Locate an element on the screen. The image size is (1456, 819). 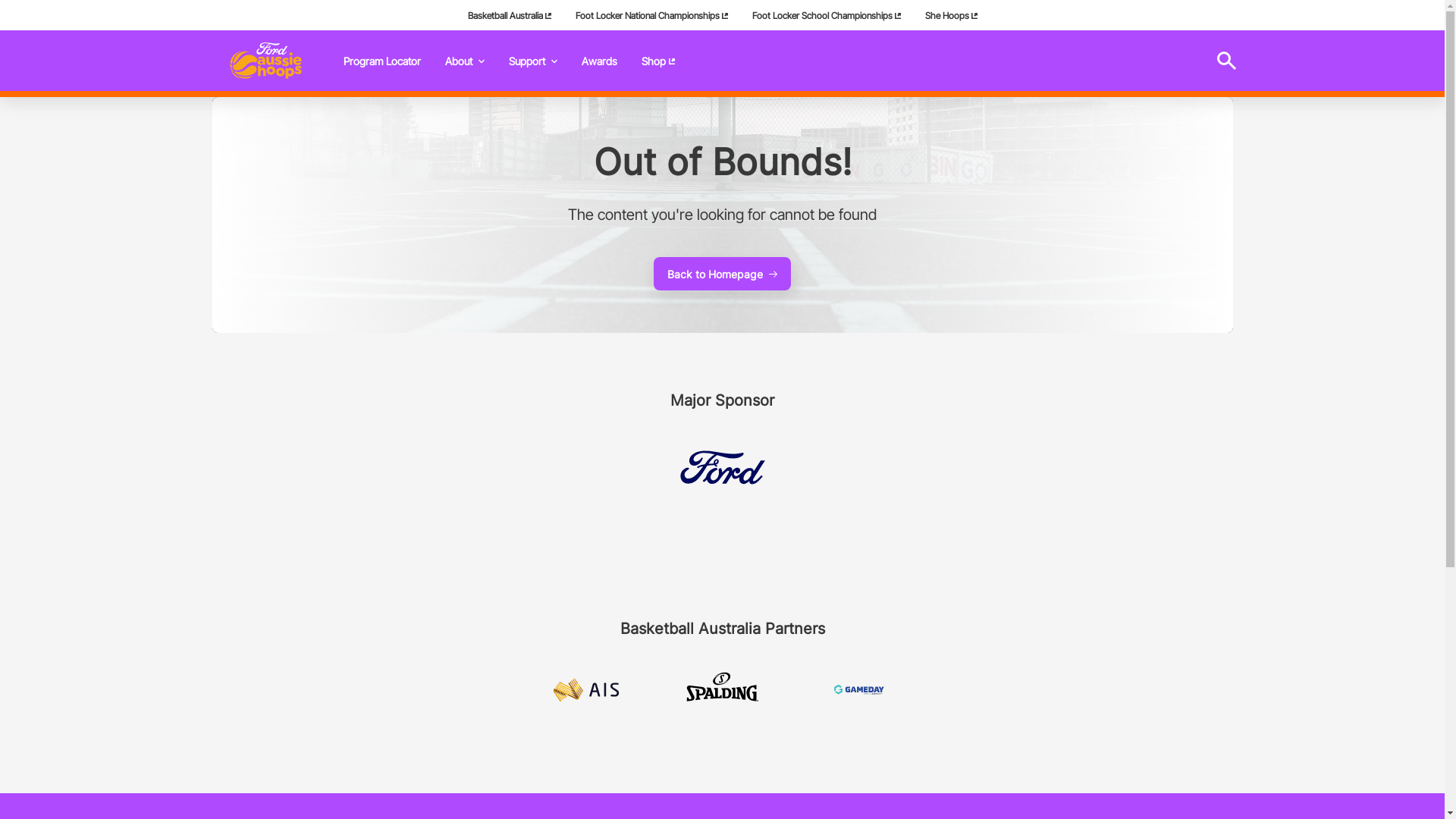
'Partner Ford' is located at coordinates (720, 466).